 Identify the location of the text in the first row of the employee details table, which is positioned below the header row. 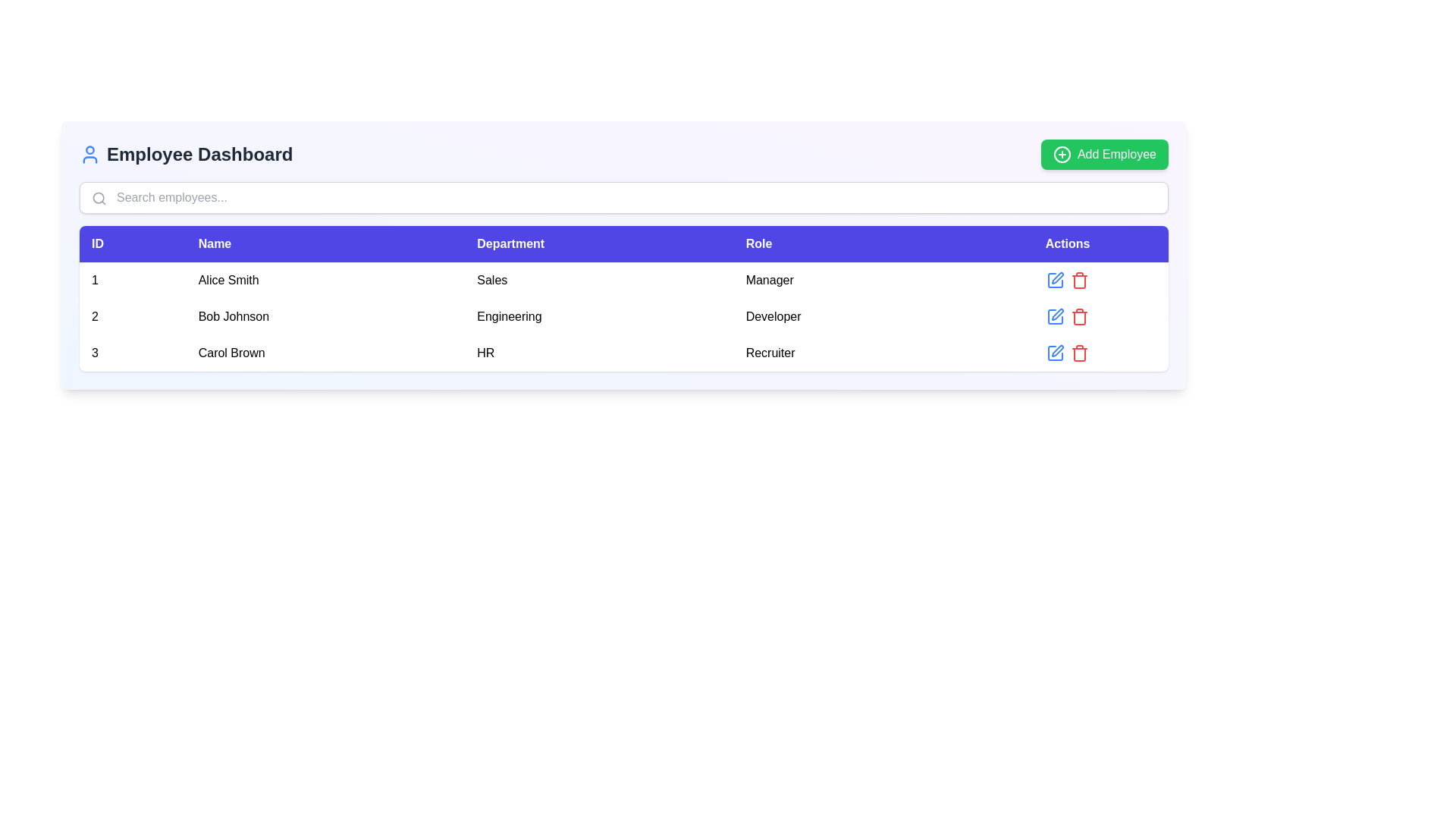
(623, 281).